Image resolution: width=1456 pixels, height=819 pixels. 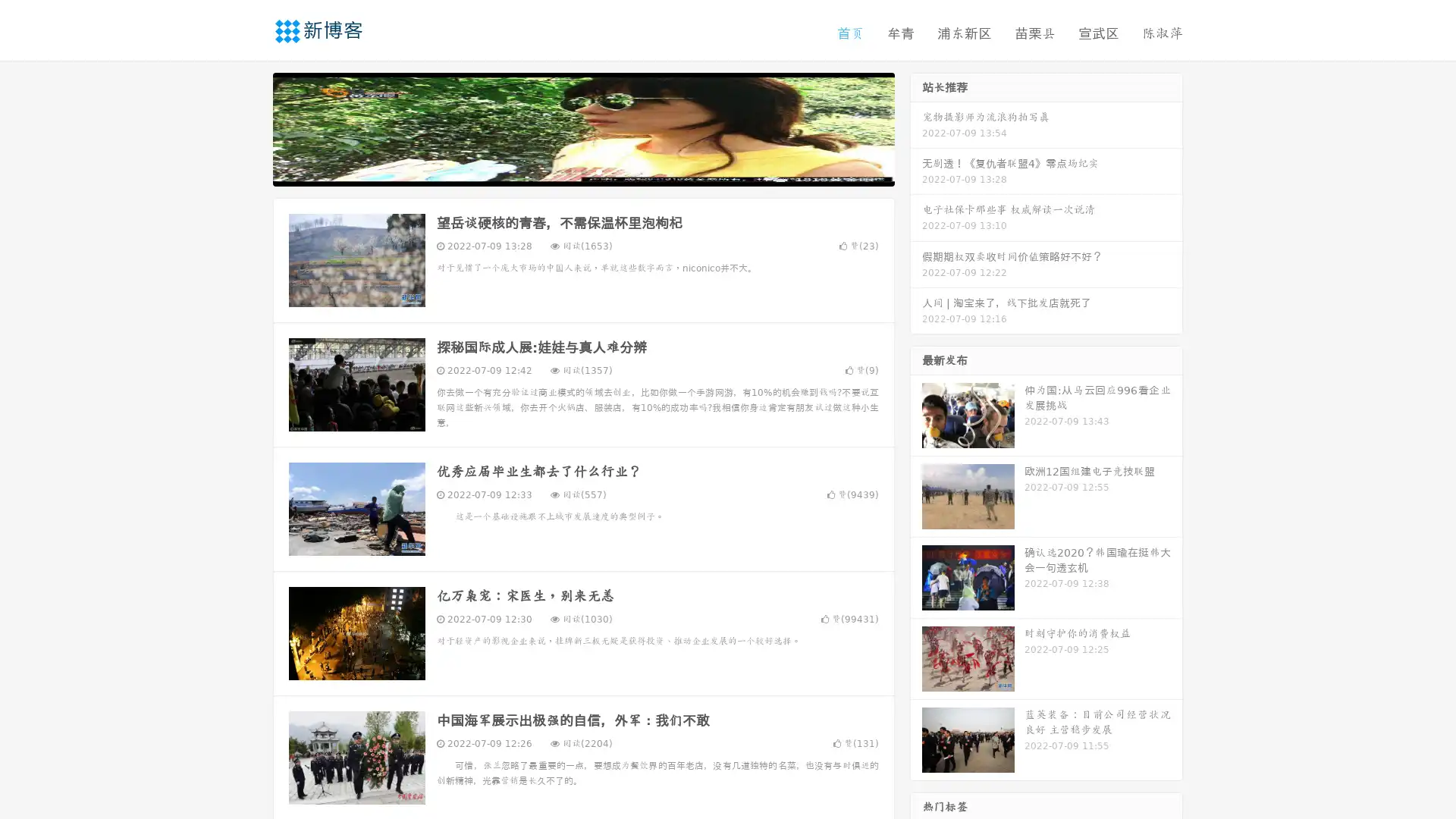 What do you see at coordinates (598, 171) in the screenshot?
I see `Go to slide 3` at bounding box center [598, 171].